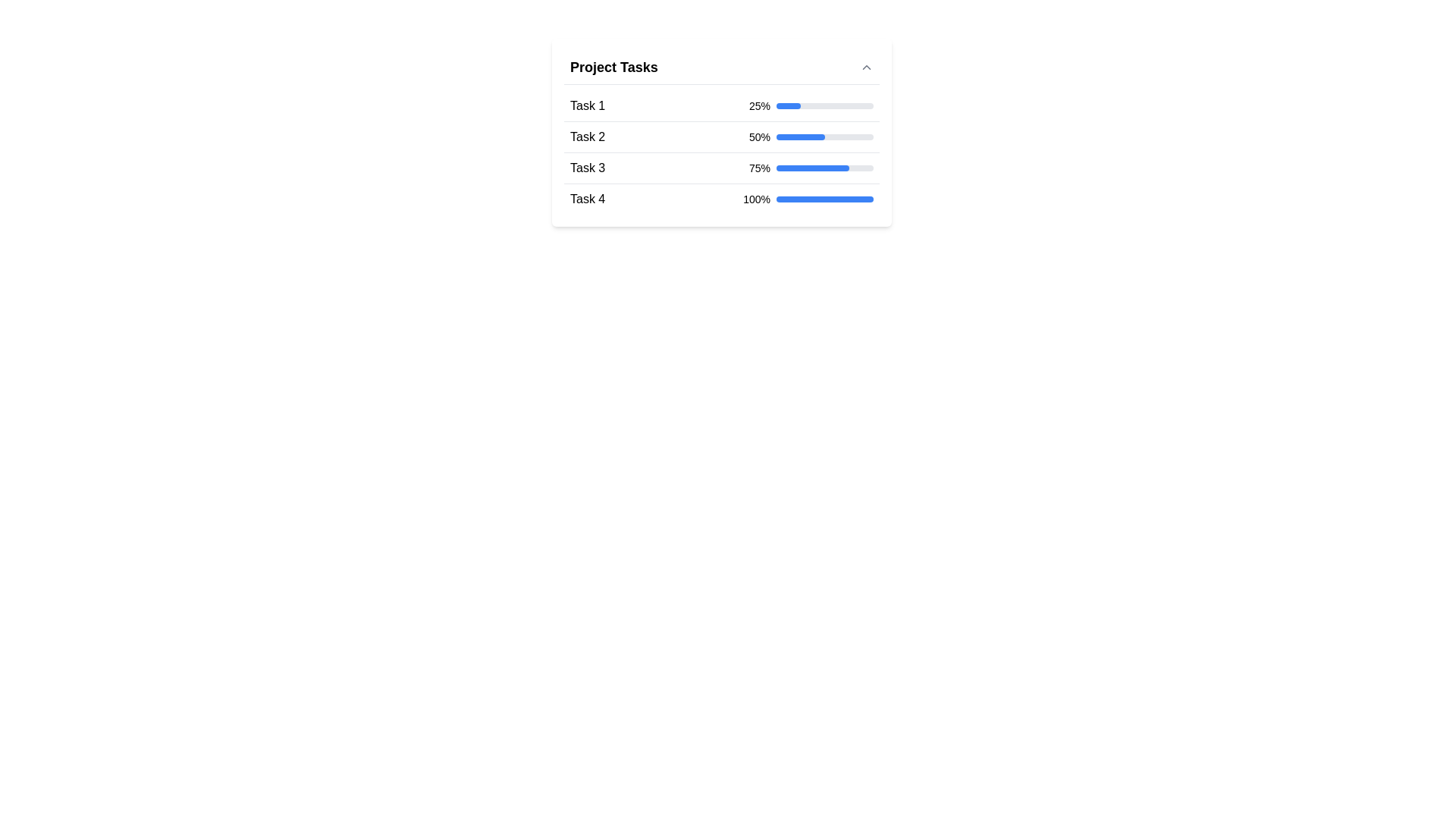 The height and width of the screenshot is (819, 1456). What do you see at coordinates (811, 137) in the screenshot?
I see `the progress value of the horizontal progress bar labeled '50%' in the second row of the task list widget, which indicates a completion value of 50%` at bounding box center [811, 137].